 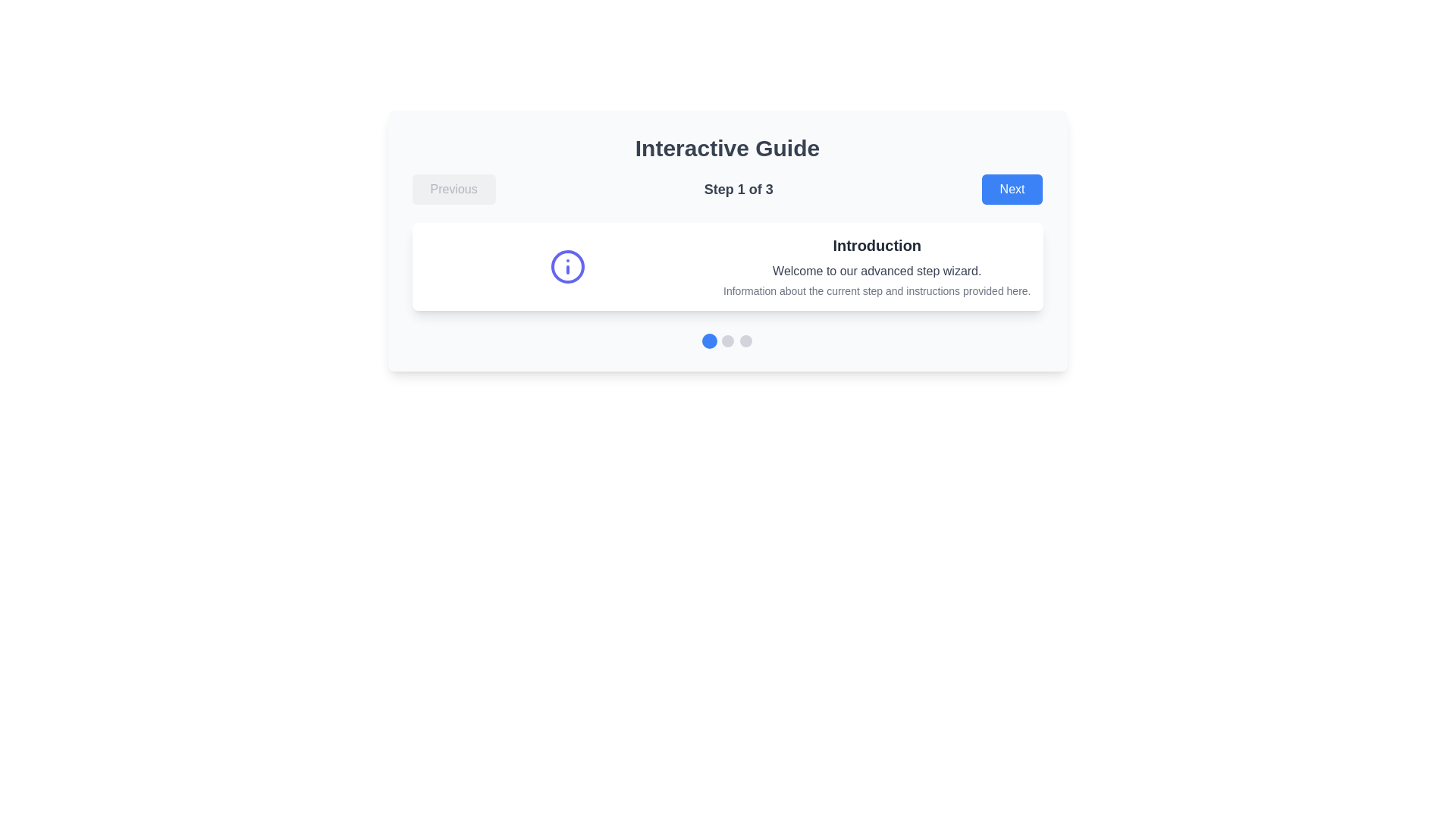 I want to click on the inactive gray circular indicator located between a blue circle and another gray circle, so click(x=726, y=341).